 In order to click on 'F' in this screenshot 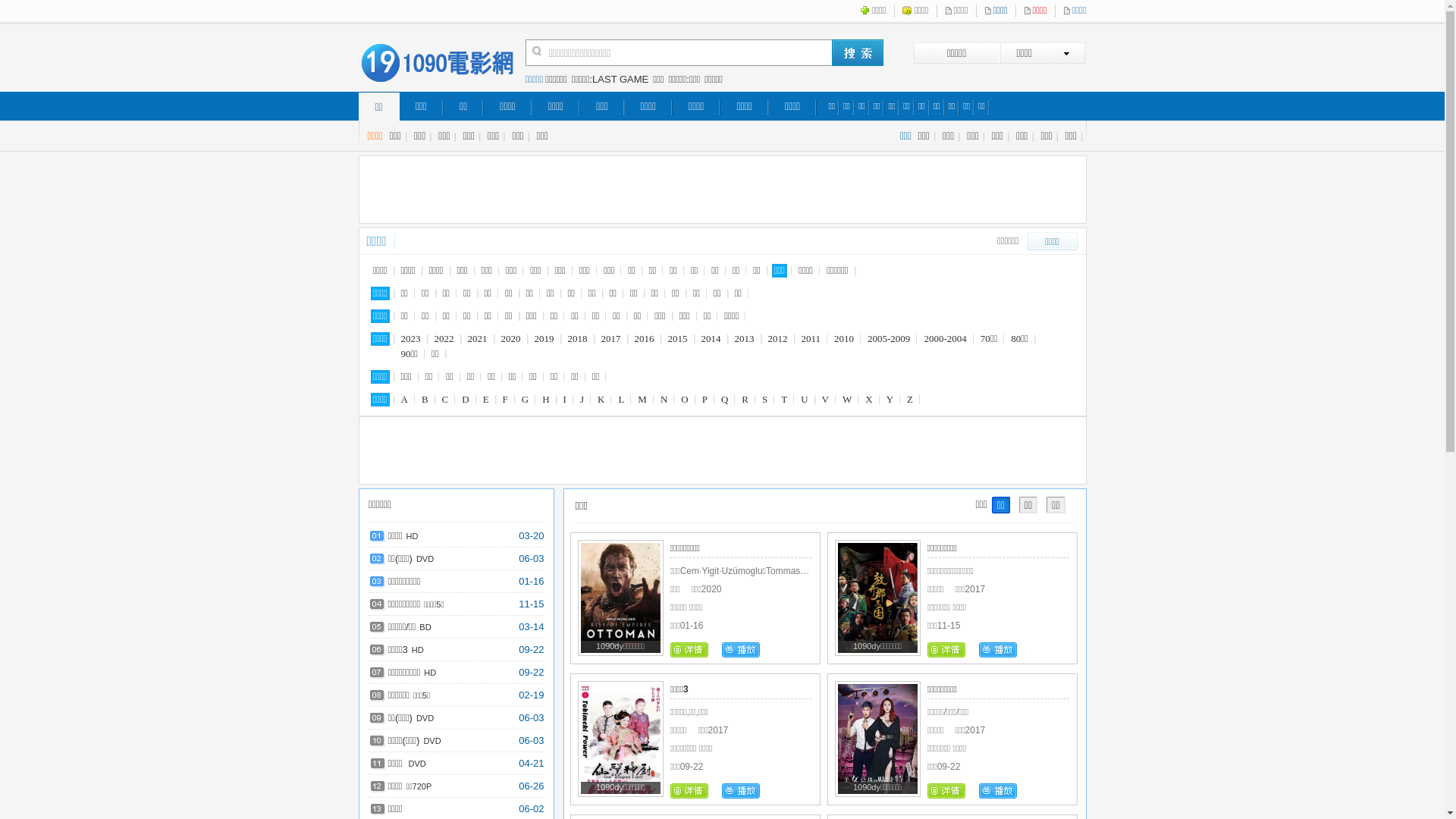, I will do `click(505, 399)`.